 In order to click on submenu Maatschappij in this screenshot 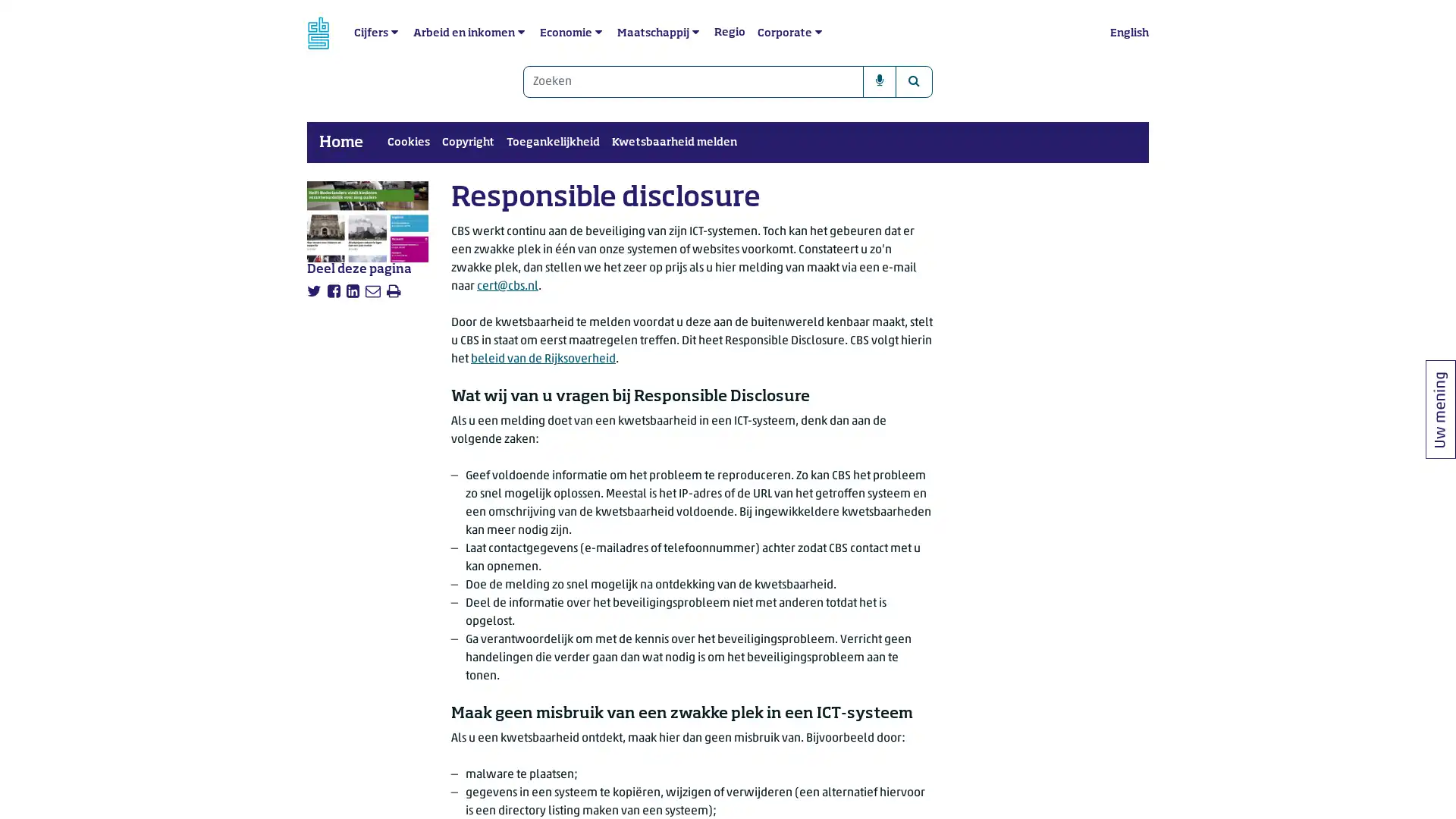, I will do `click(695, 32)`.